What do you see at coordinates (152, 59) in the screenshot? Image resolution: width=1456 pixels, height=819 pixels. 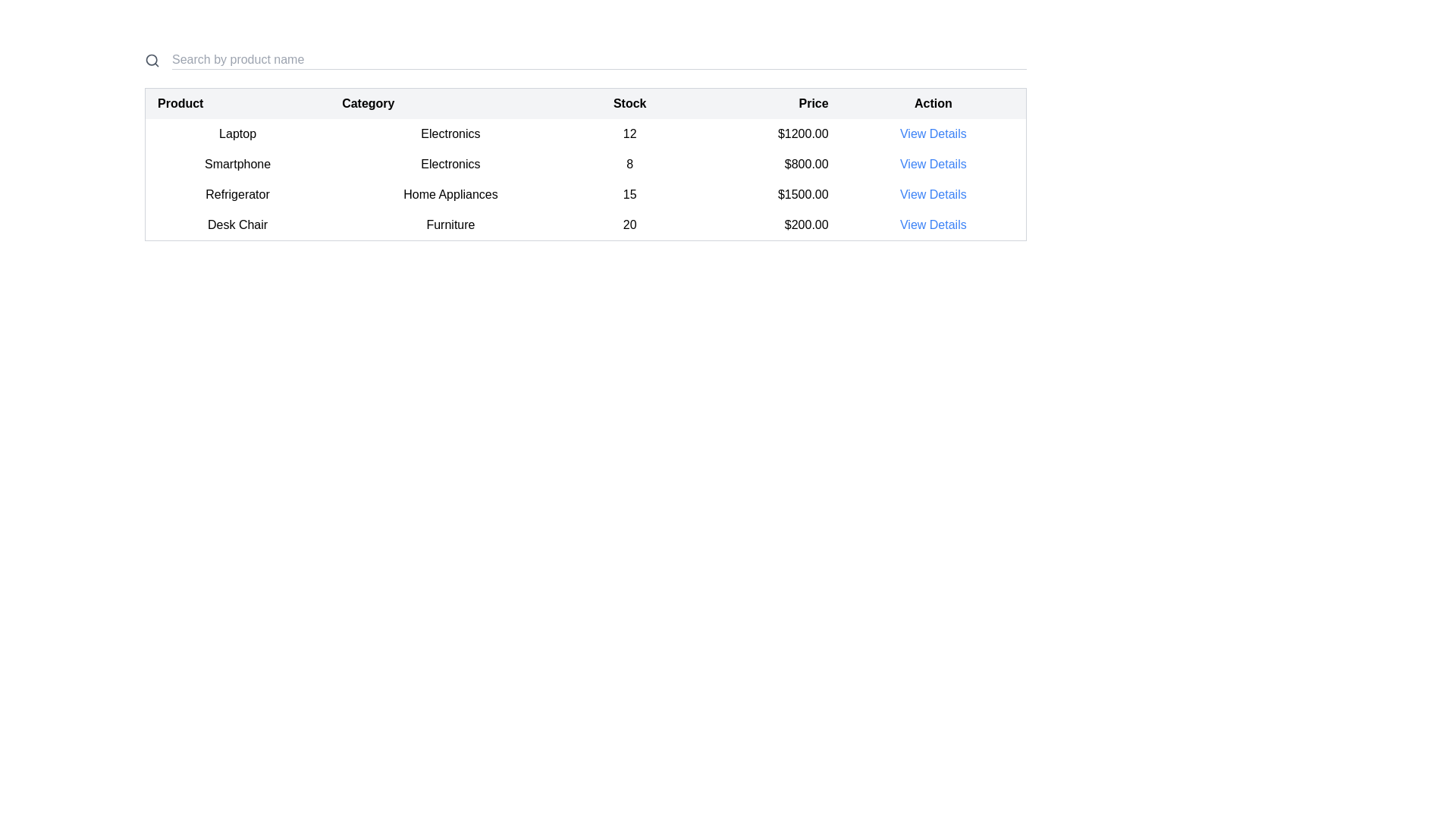 I see `the gray magnifying glass icon with a circular lens and handle located at the start of the search bar, positioned in the upper left section of the interface` at bounding box center [152, 59].